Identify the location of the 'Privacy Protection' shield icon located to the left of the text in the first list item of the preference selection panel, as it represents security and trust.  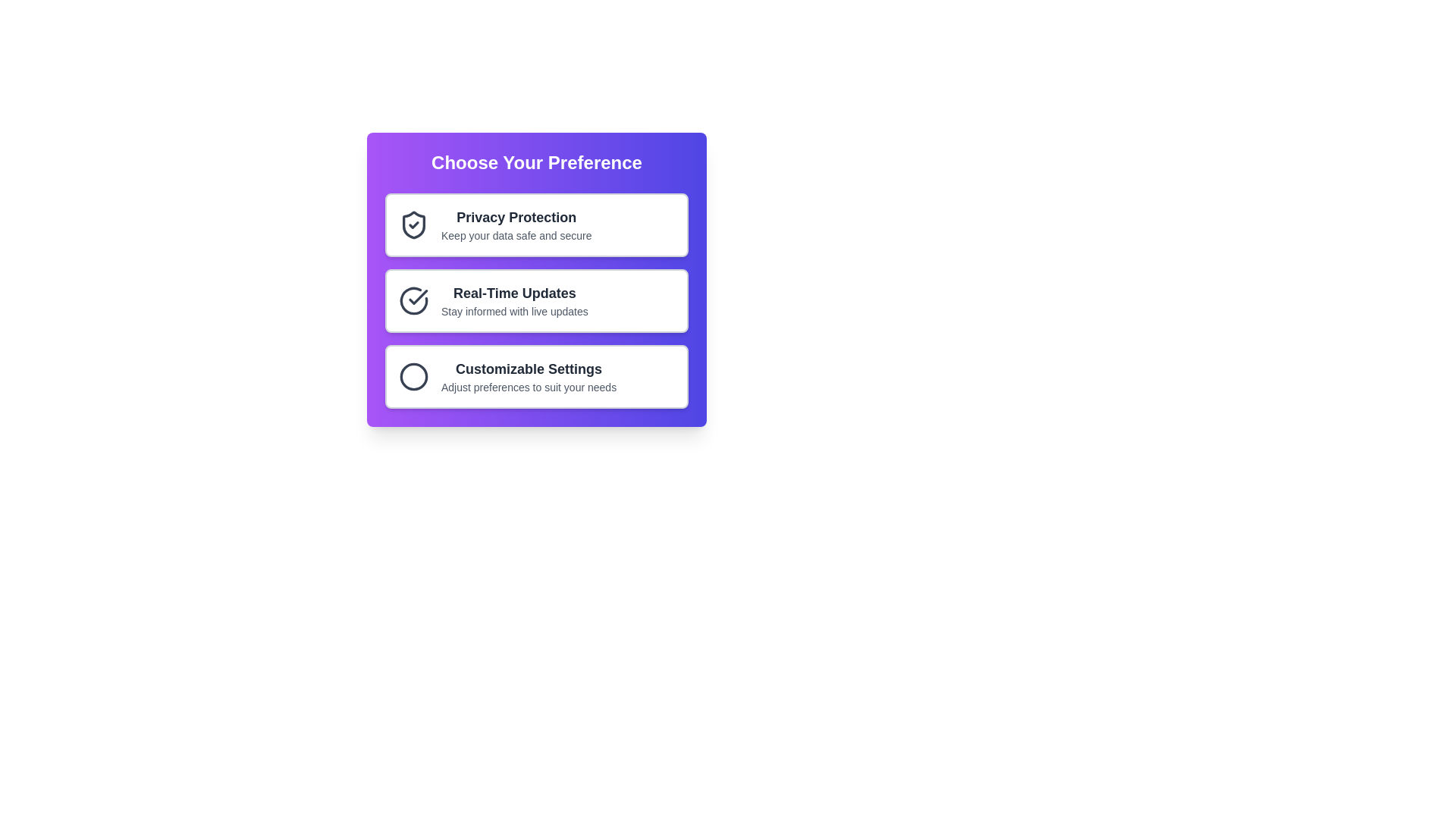
(414, 225).